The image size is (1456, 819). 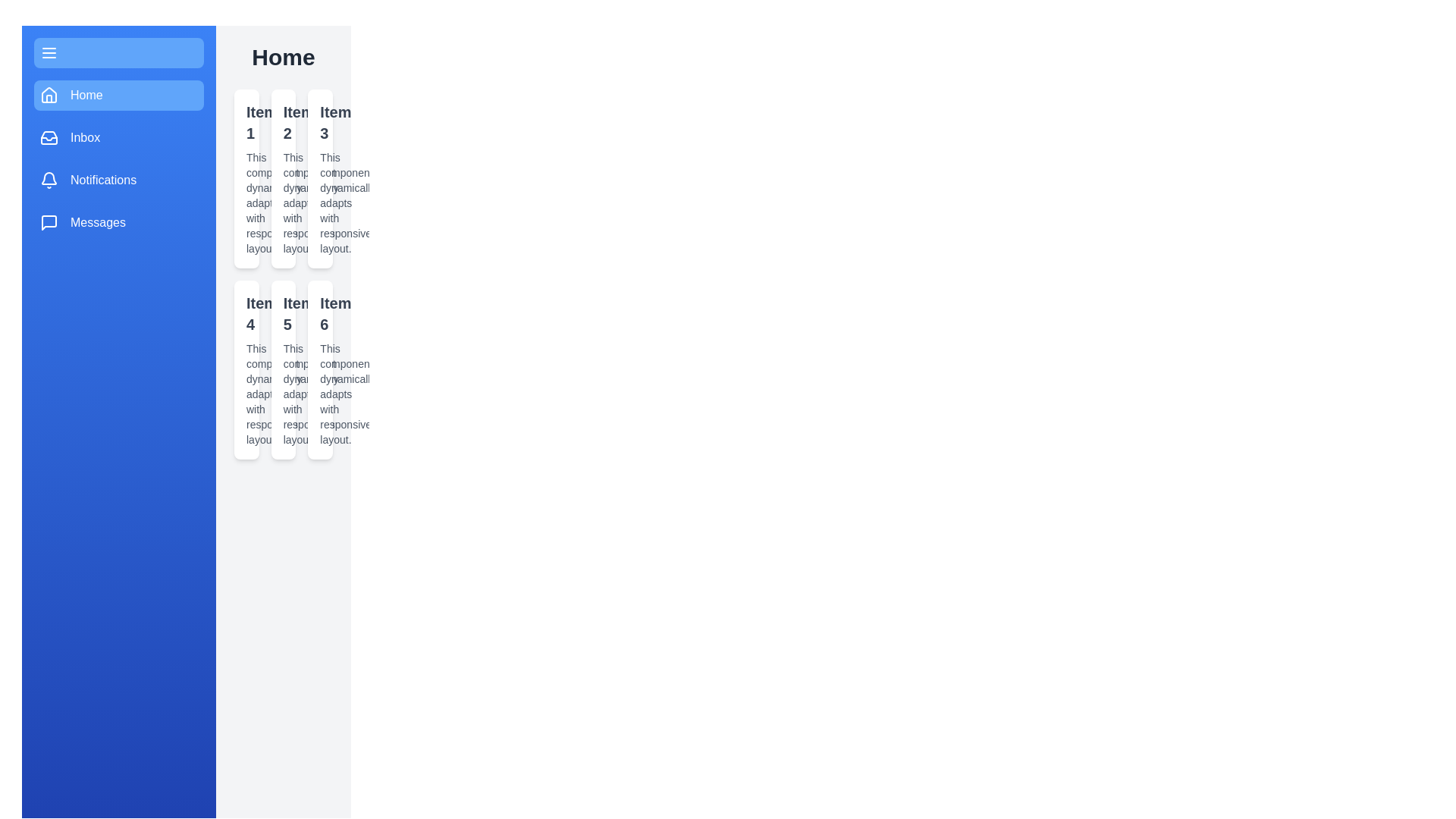 What do you see at coordinates (49, 222) in the screenshot?
I see `the 'Messages' icon in the vertical navigation menu` at bounding box center [49, 222].